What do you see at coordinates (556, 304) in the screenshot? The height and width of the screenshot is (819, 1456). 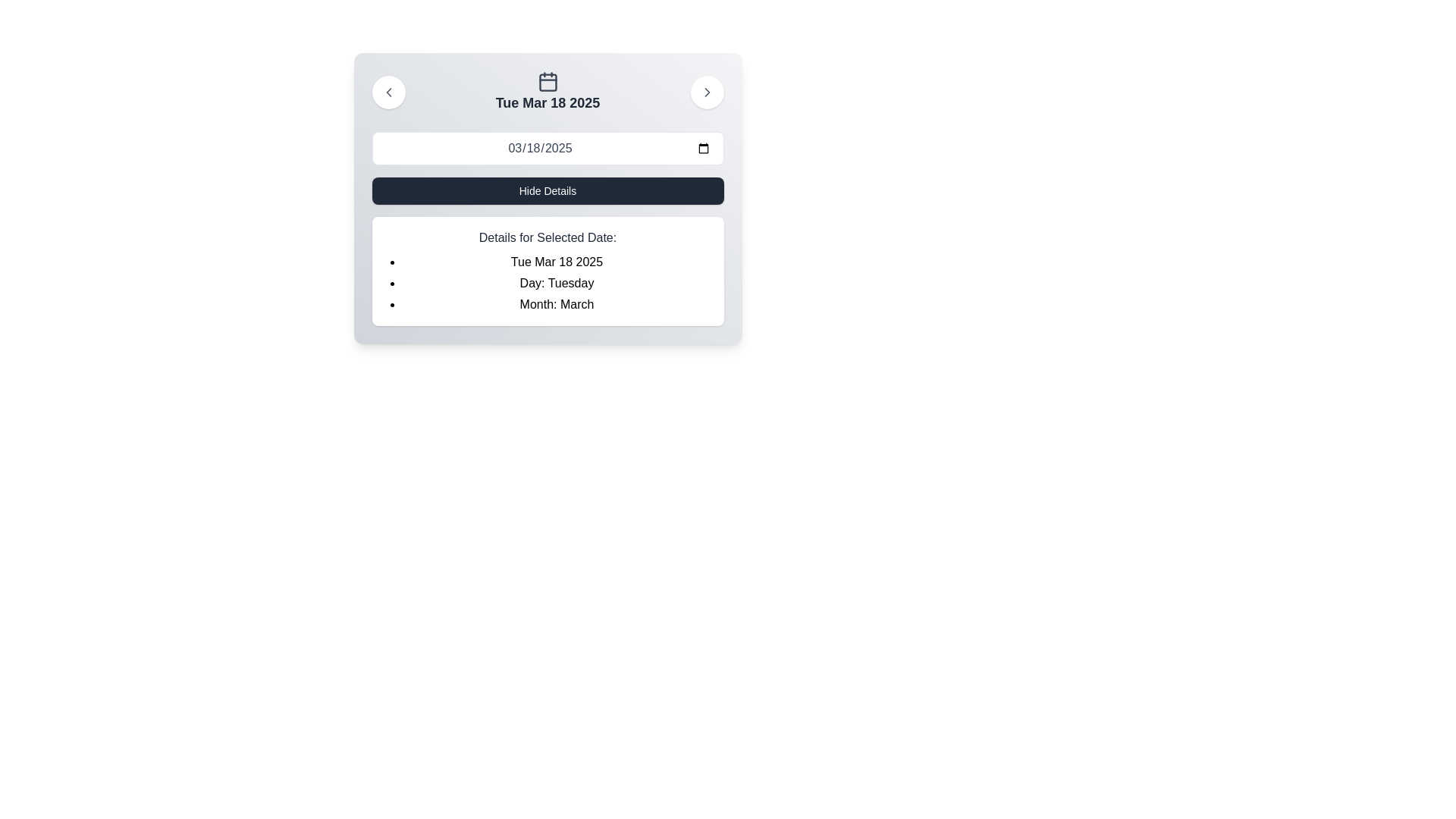 I see `the static text label displaying the month associated with the selected date, located centrally beneath the 'Details for Selected Date:' title` at bounding box center [556, 304].